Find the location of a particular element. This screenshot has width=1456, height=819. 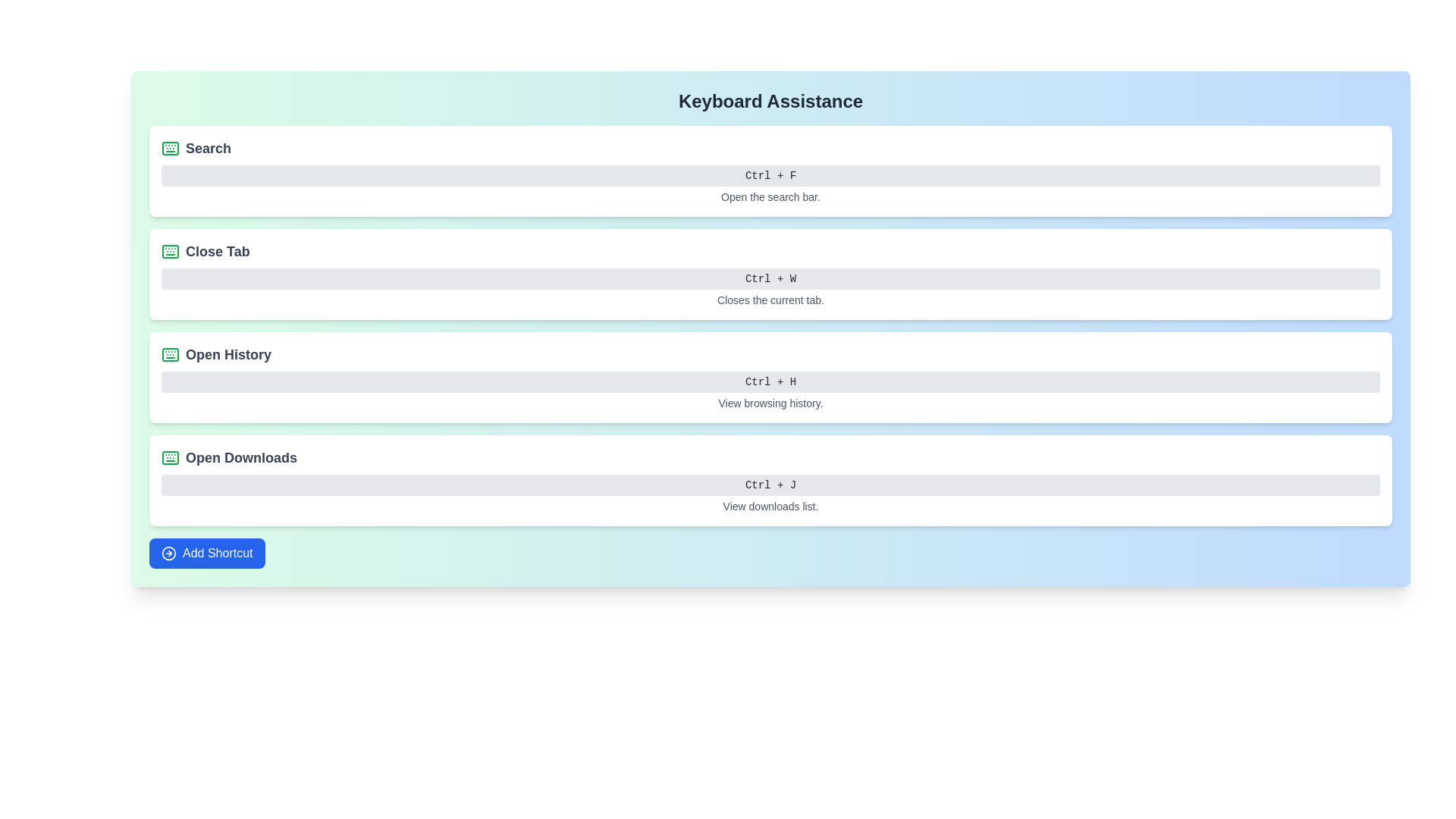

the static text that provides information about the 'Ctrl + J' shortcut for viewing the downloads list, located at the bottom of the 'Open Downloads' section is located at coordinates (770, 506).